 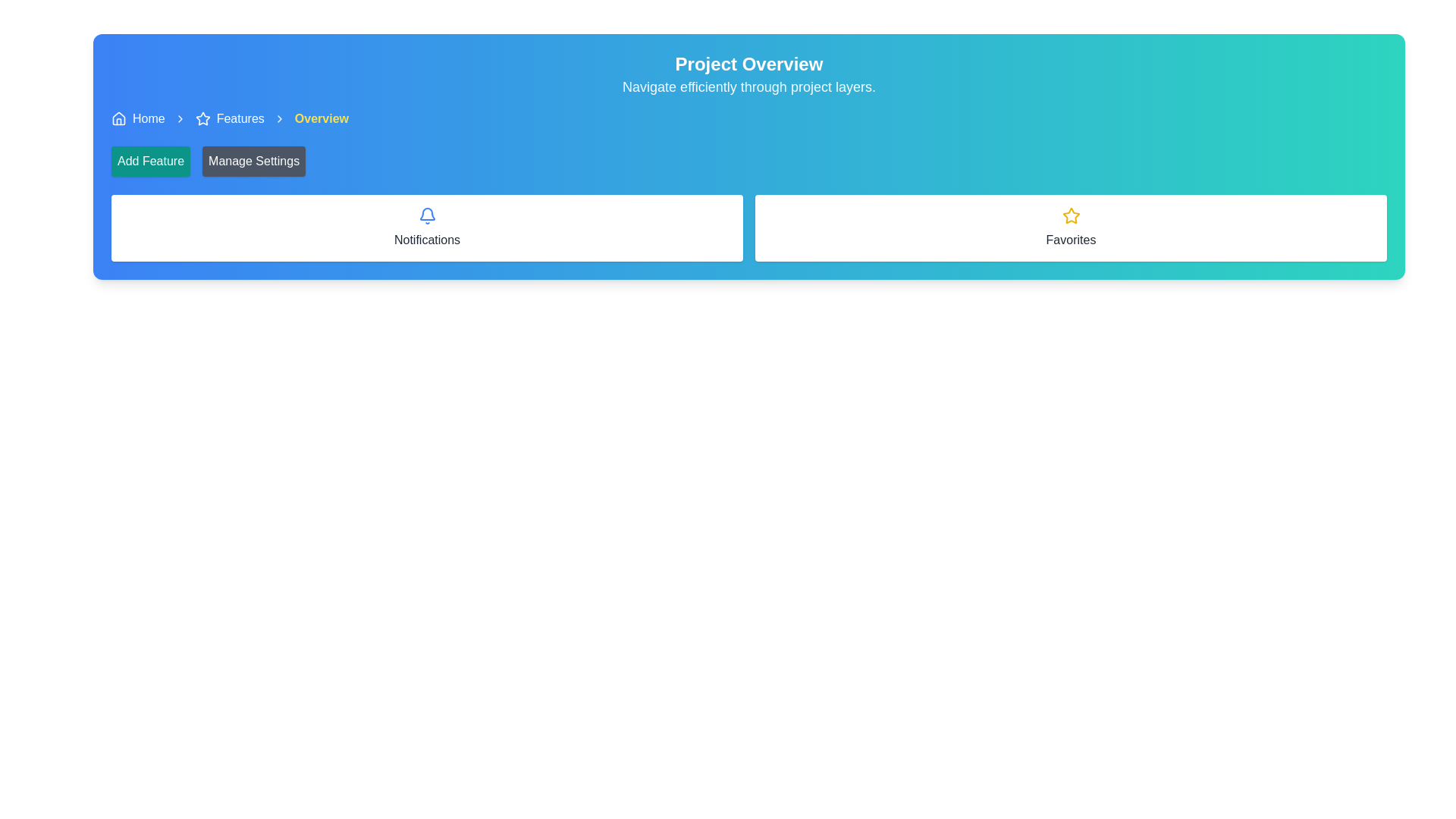 What do you see at coordinates (1069, 215) in the screenshot?
I see `the star icon in the 'Favorites' section to mark it as a favorite` at bounding box center [1069, 215].